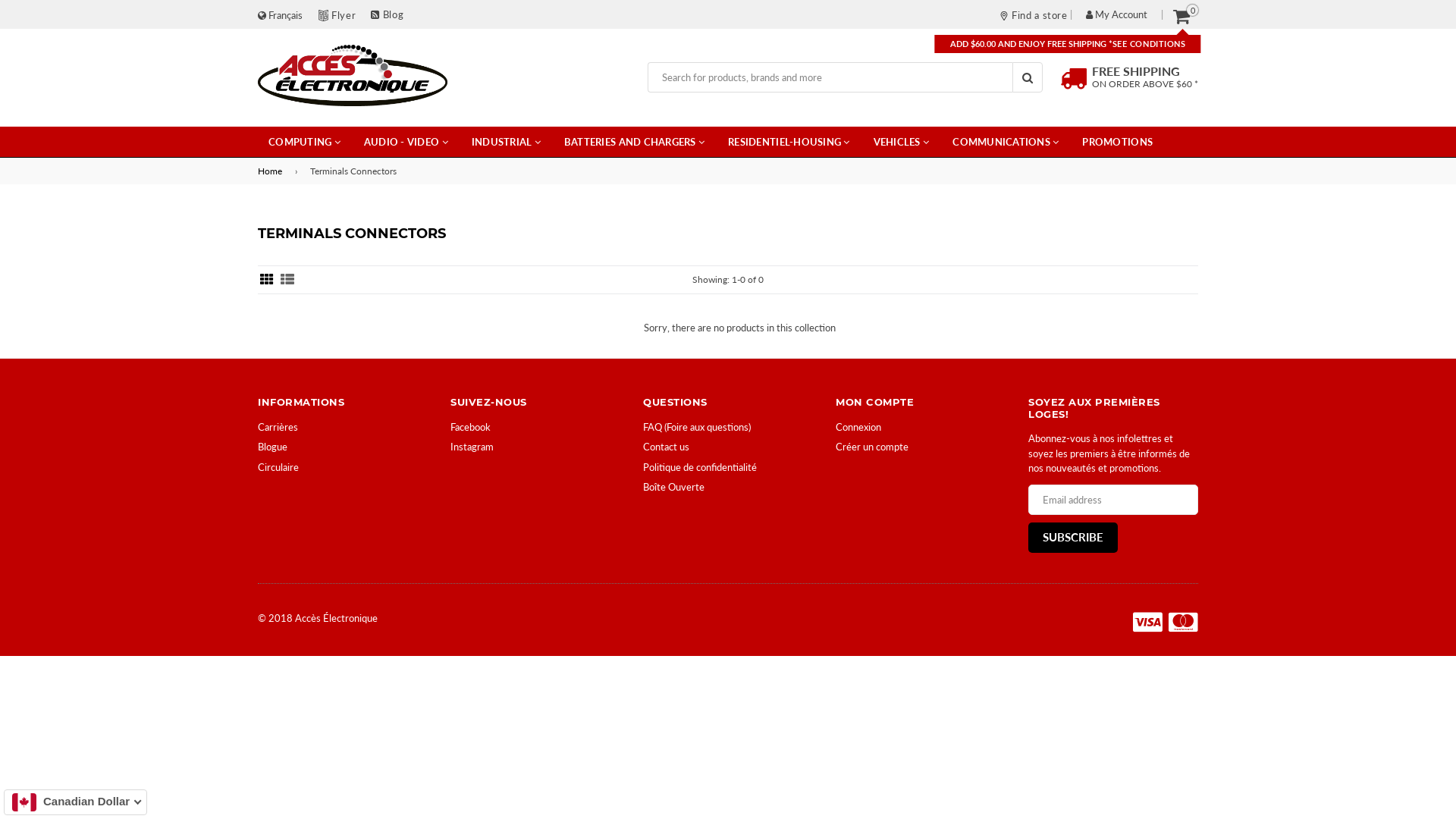  What do you see at coordinates (1181, 15) in the screenshot?
I see `'0'` at bounding box center [1181, 15].